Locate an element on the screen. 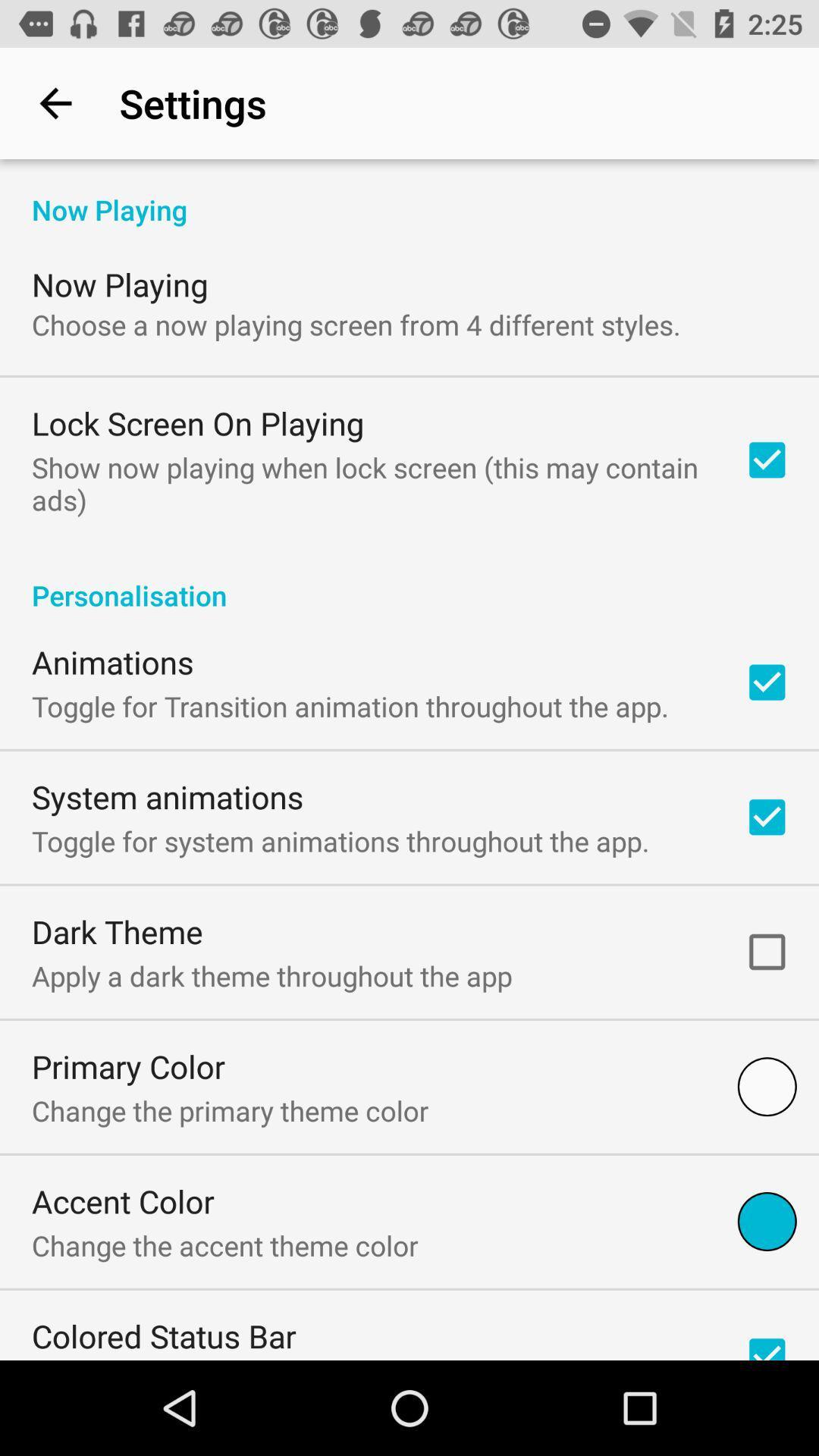  colored status bar is located at coordinates (164, 1335).